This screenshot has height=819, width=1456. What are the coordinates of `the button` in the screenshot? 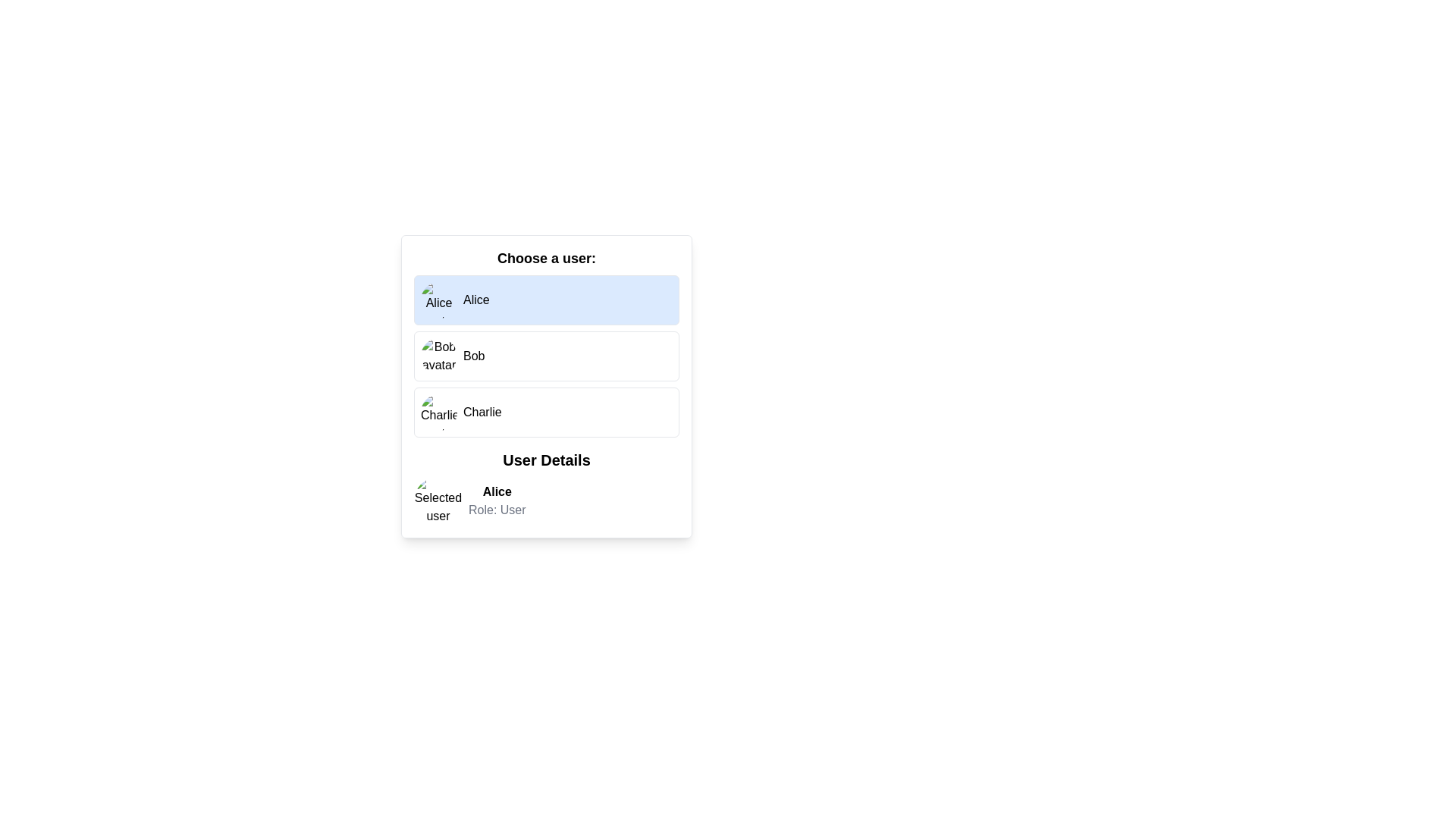 It's located at (546, 300).